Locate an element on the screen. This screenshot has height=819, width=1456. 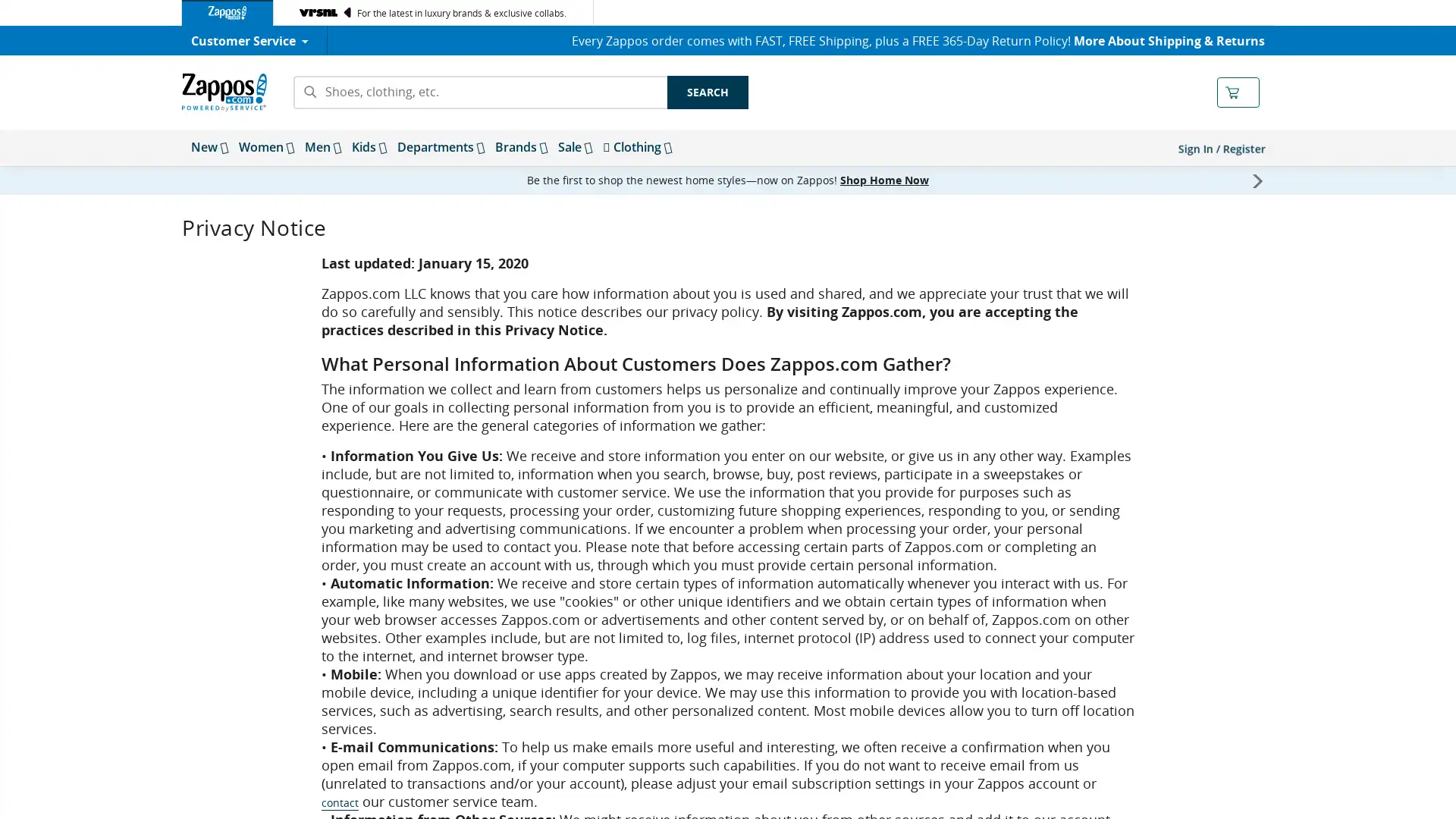
SEARCH is located at coordinates (707, 93).